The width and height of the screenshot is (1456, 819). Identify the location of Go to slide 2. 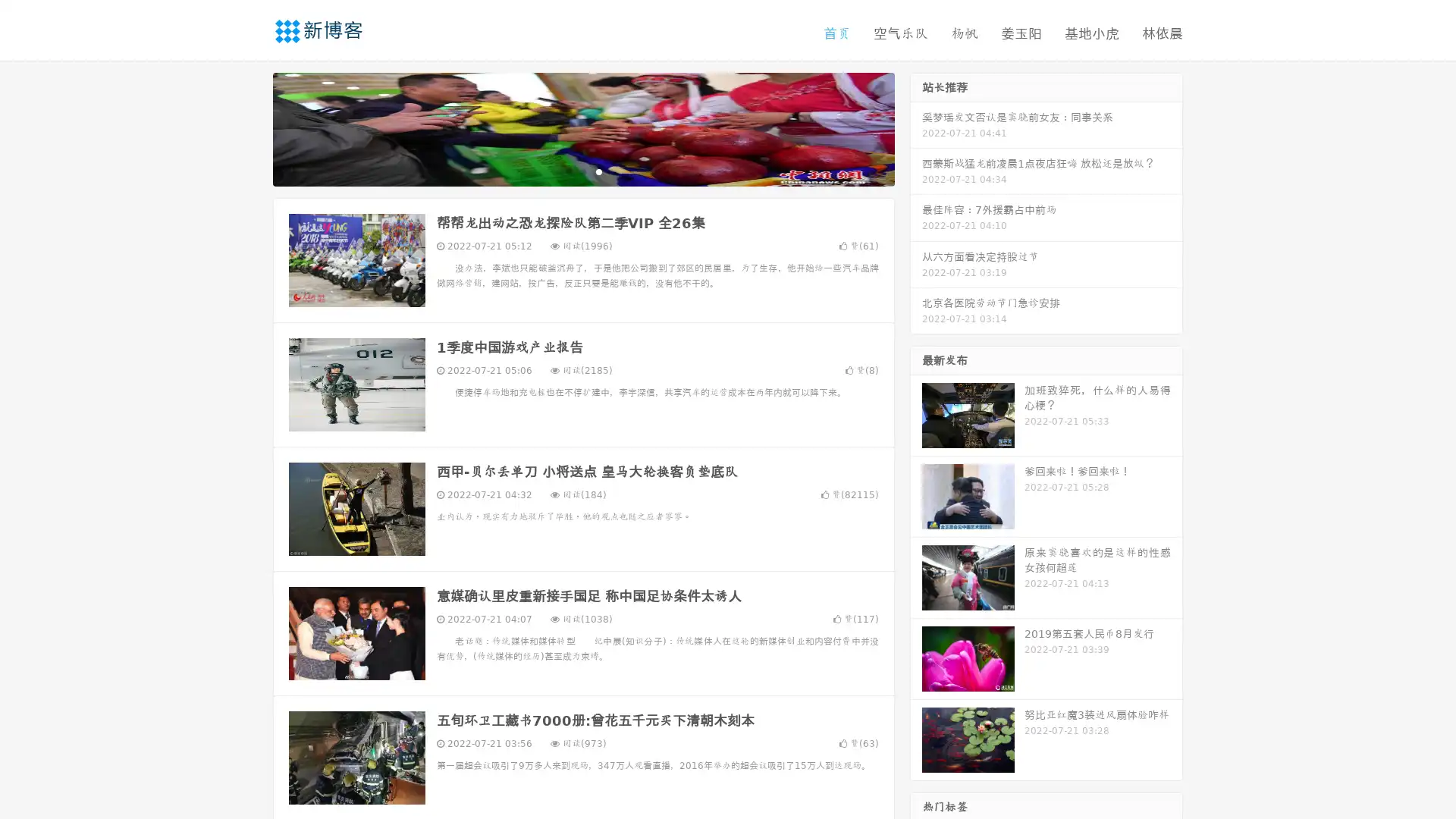
(582, 171).